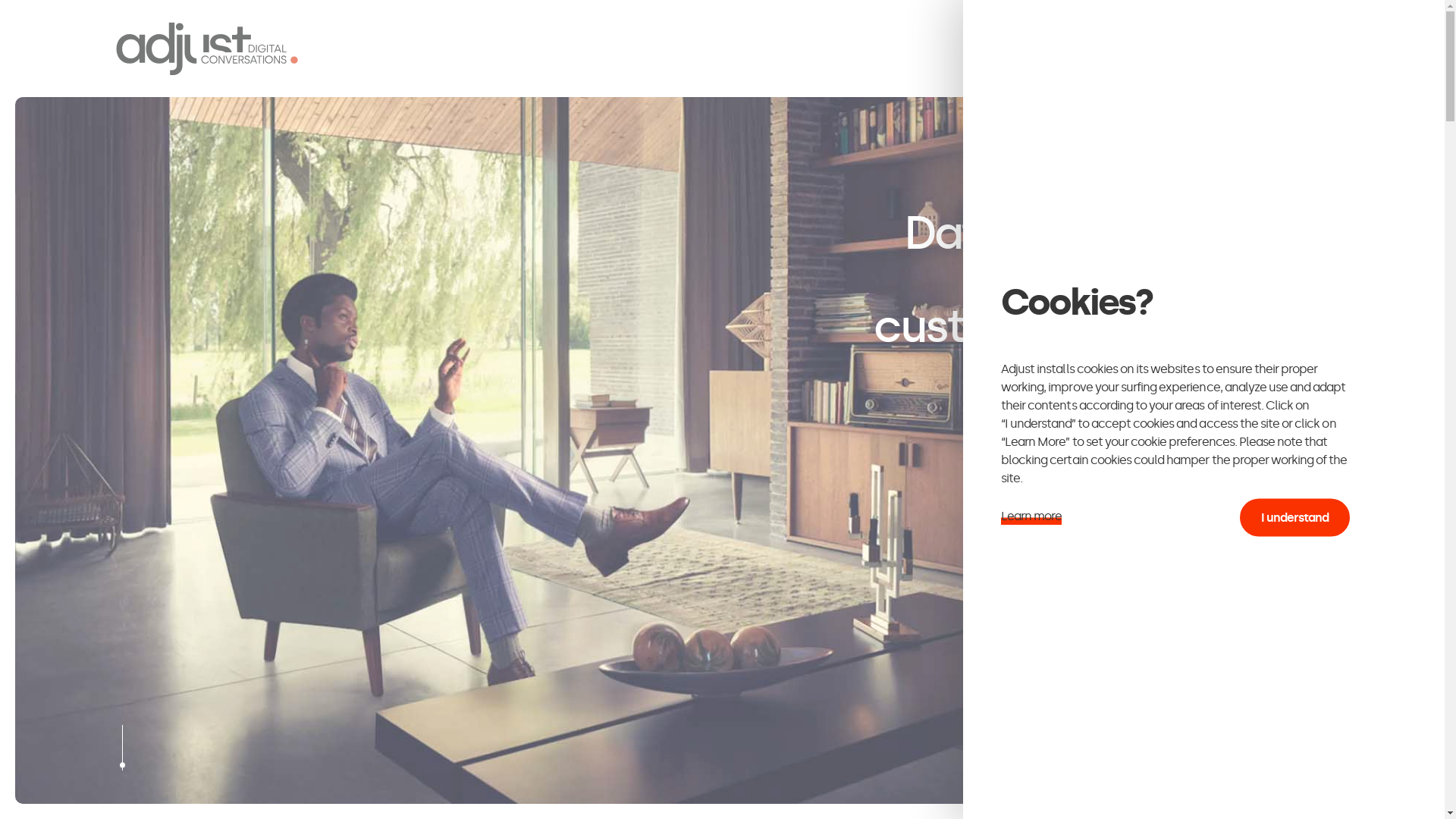 This screenshot has width=1456, height=819. What do you see at coordinates (1031, 514) in the screenshot?
I see `'Learn more'` at bounding box center [1031, 514].